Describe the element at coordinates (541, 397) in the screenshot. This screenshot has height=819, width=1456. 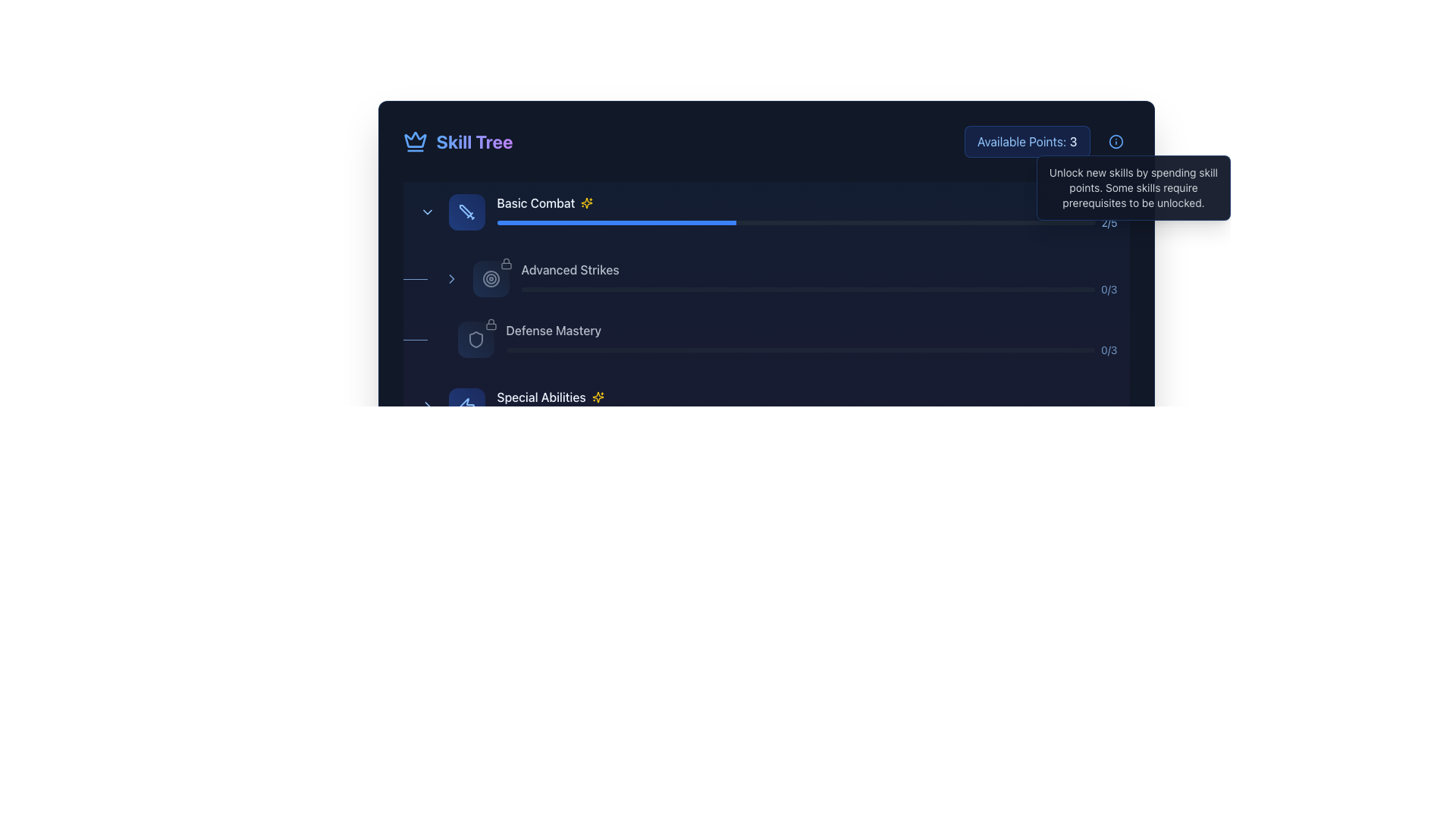
I see `the 'Special Abilities' text label, which is the fourth item in the skill tree list, located under 'Defense Mastery'` at that location.